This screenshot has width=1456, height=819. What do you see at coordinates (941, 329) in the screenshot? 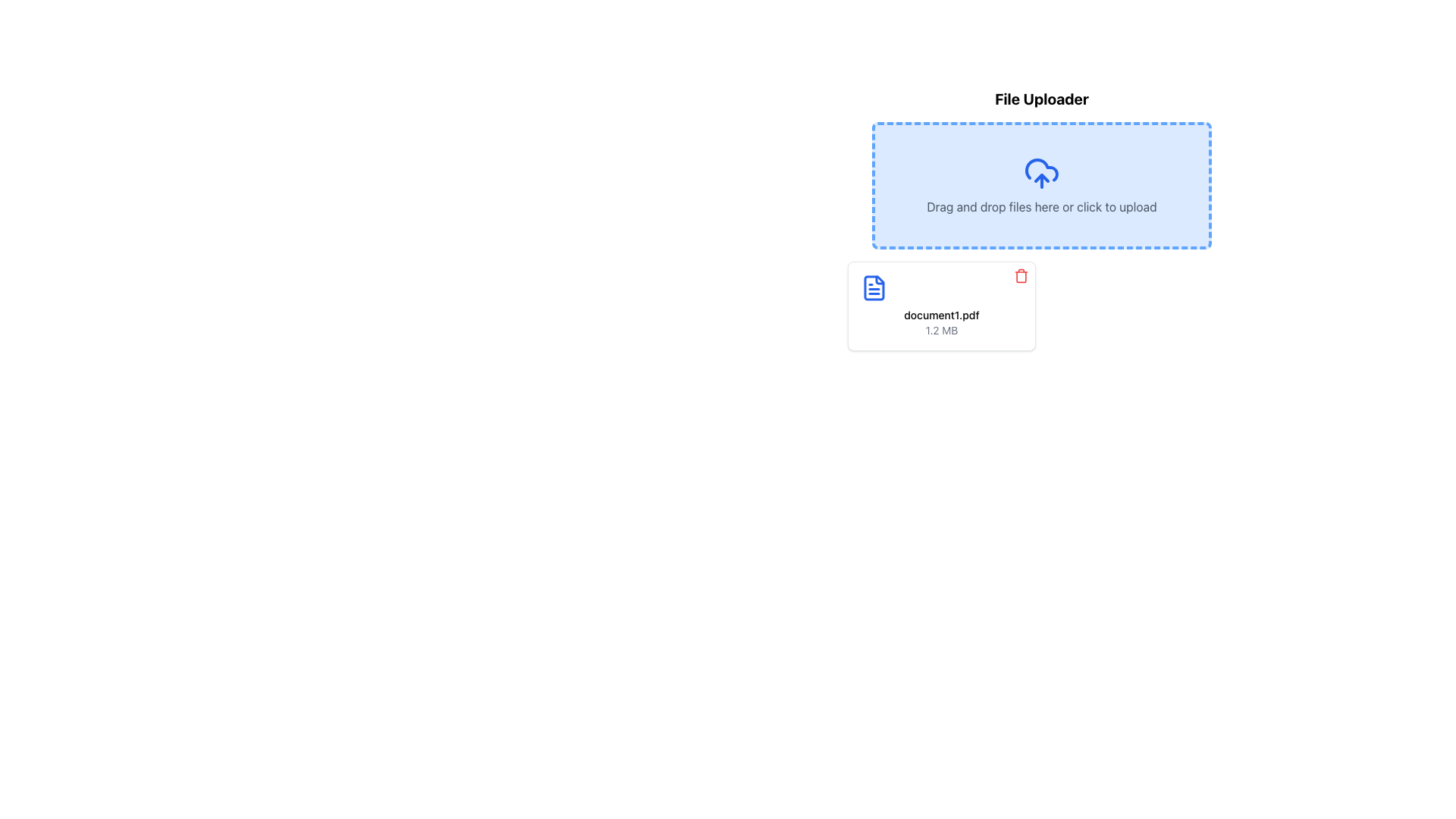
I see `the text label displaying the file size '1.2 MB' which is located beneath the filename 'document1.pdf' in the document representation box` at bounding box center [941, 329].